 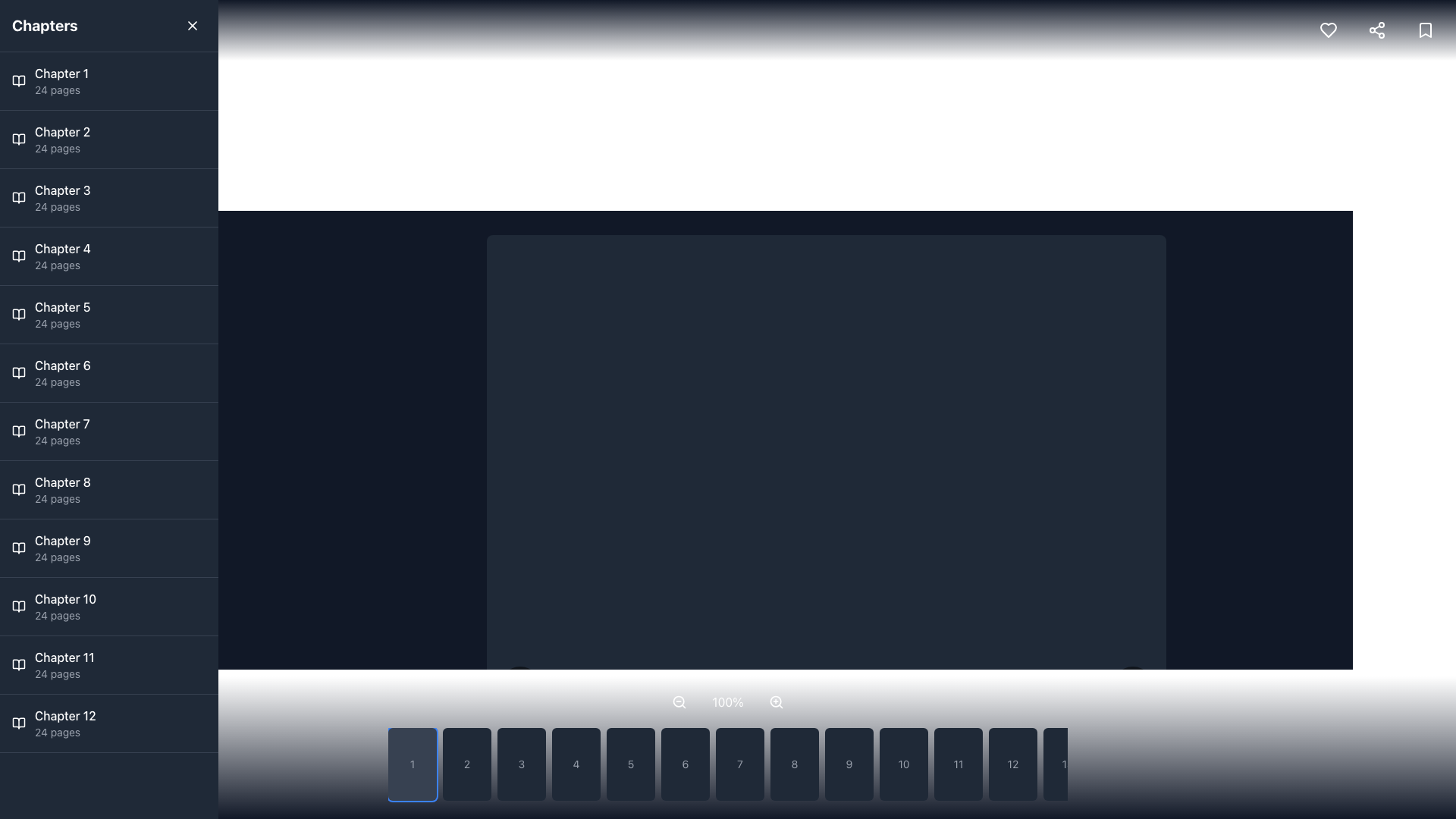 What do you see at coordinates (848, 764) in the screenshot?
I see `the button displaying the number '9' with a dark gray background located towards the lower part of the interface` at bounding box center [848, 764].